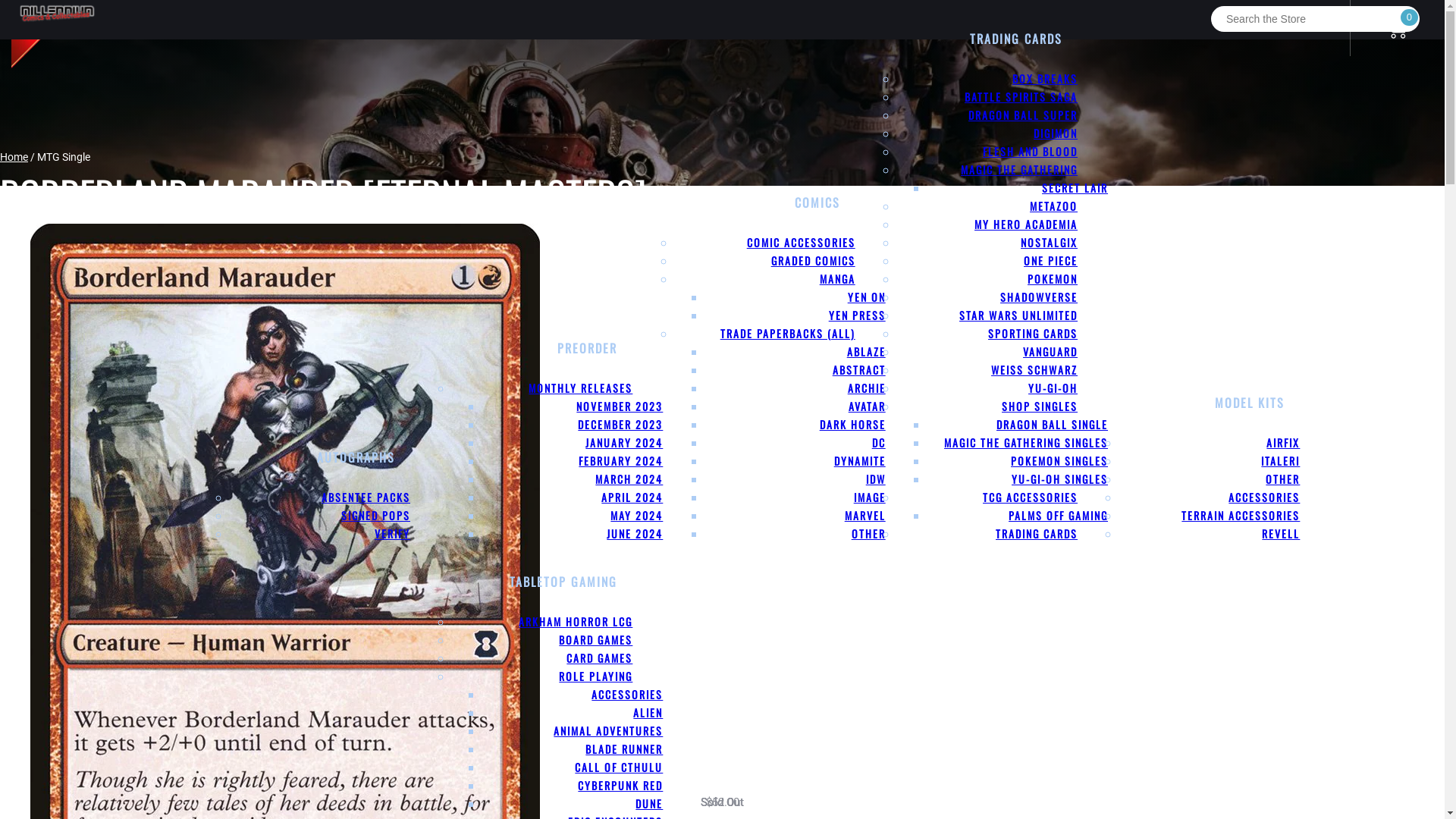 Image resolution: width=1456 pixels, height=819 pixels. I want to click on 'SECRET LAIR', so click(1074, 187).